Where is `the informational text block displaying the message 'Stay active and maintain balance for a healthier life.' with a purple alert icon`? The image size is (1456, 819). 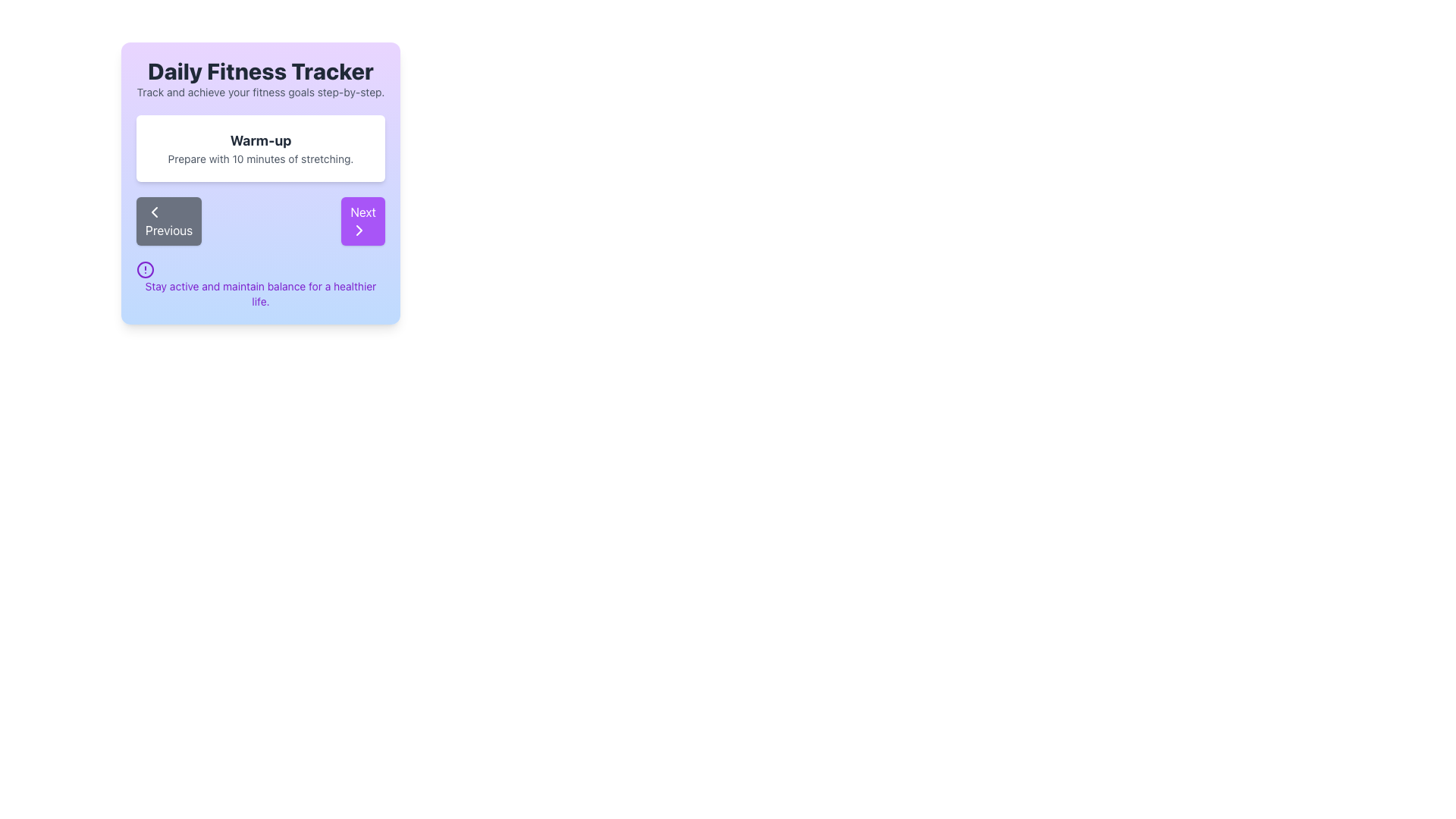
the informational text block displaying the message 'Stay active and maintain balance for a healthier life.' with a purple alert icon is located at coordinates (261, 284).